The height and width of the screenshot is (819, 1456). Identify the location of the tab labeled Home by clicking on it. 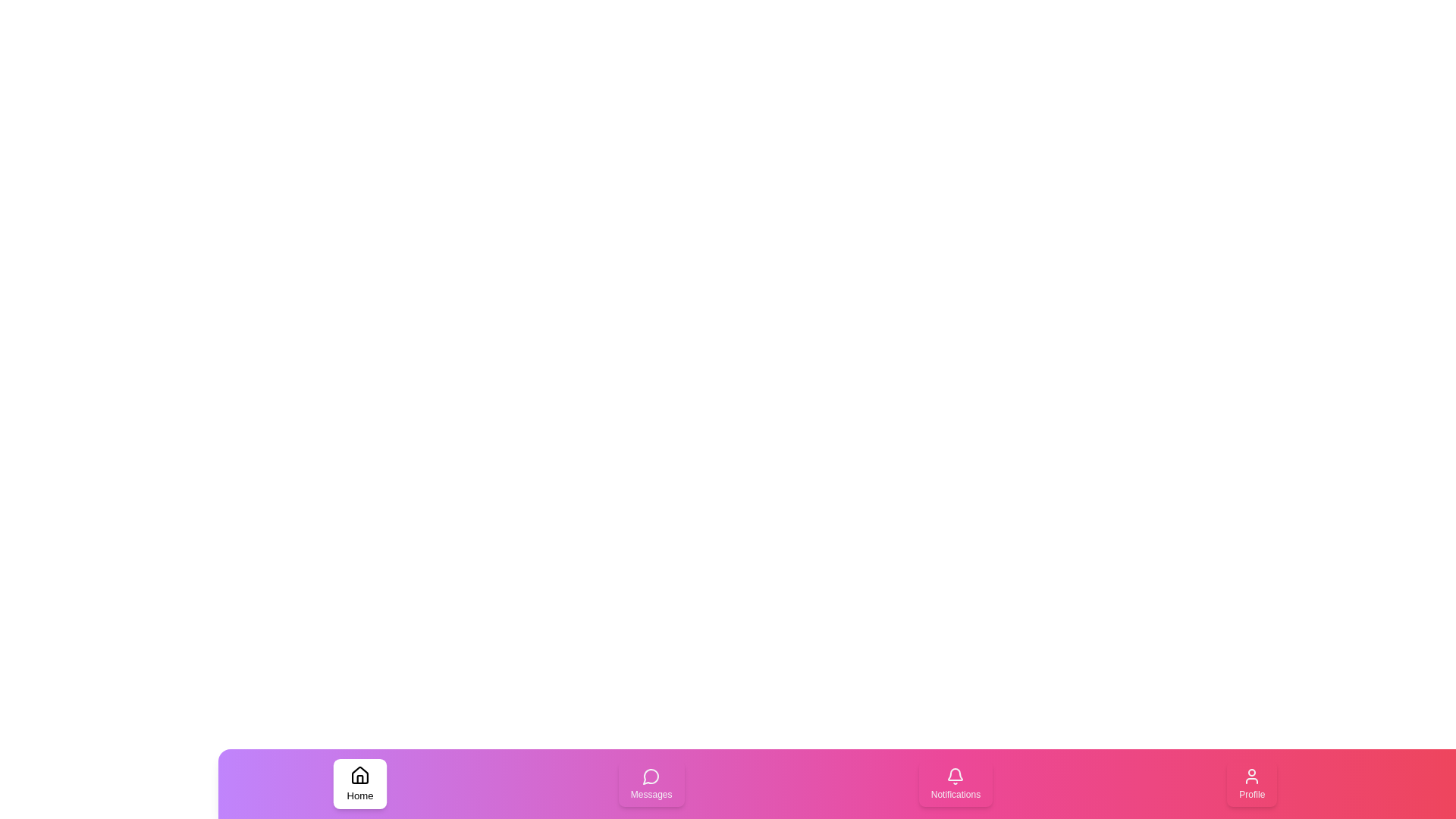
(359, 783).